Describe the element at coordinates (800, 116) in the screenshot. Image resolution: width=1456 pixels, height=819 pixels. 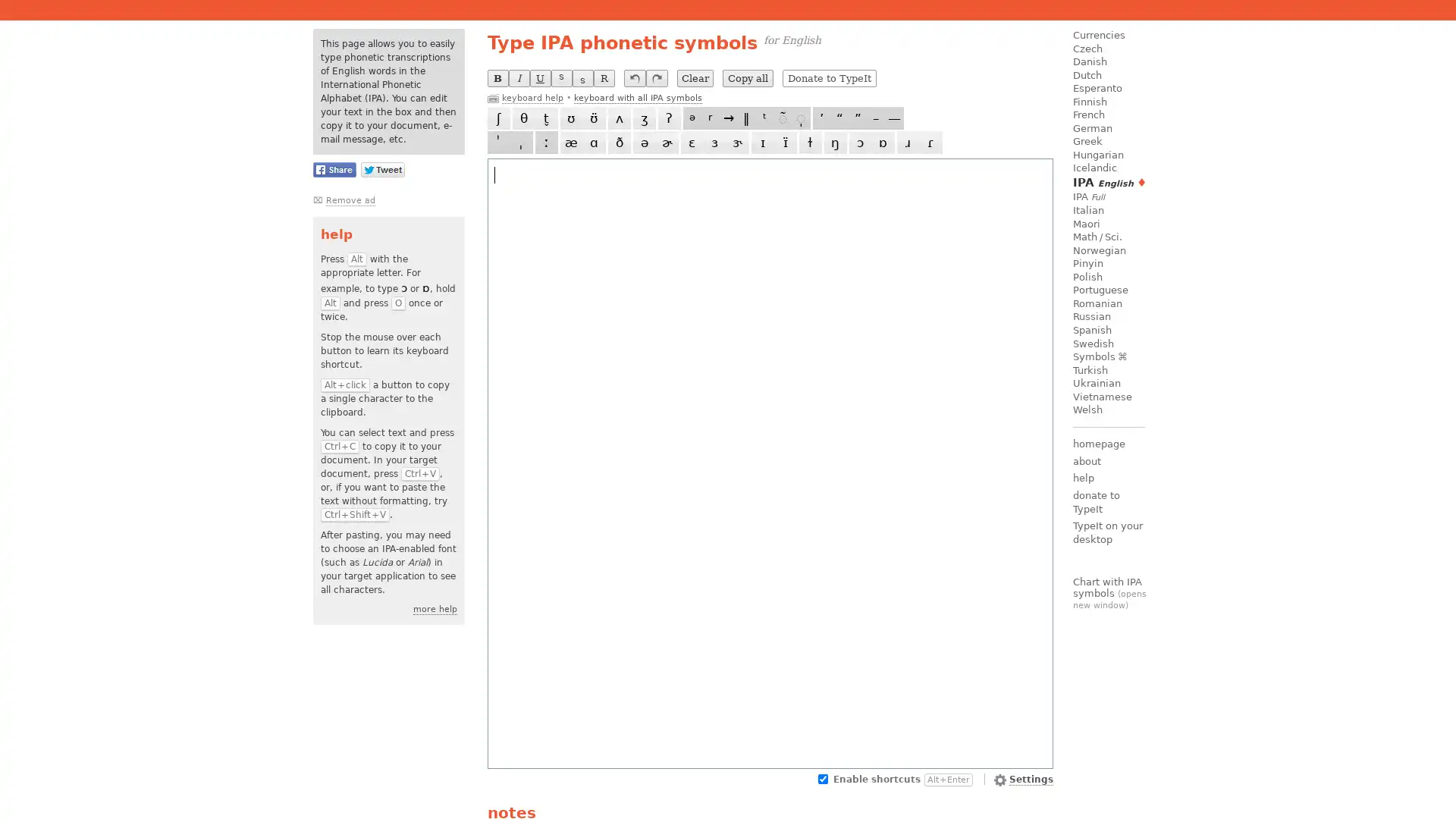
I see `syllabic (Alt+Shift+I)` at that location.